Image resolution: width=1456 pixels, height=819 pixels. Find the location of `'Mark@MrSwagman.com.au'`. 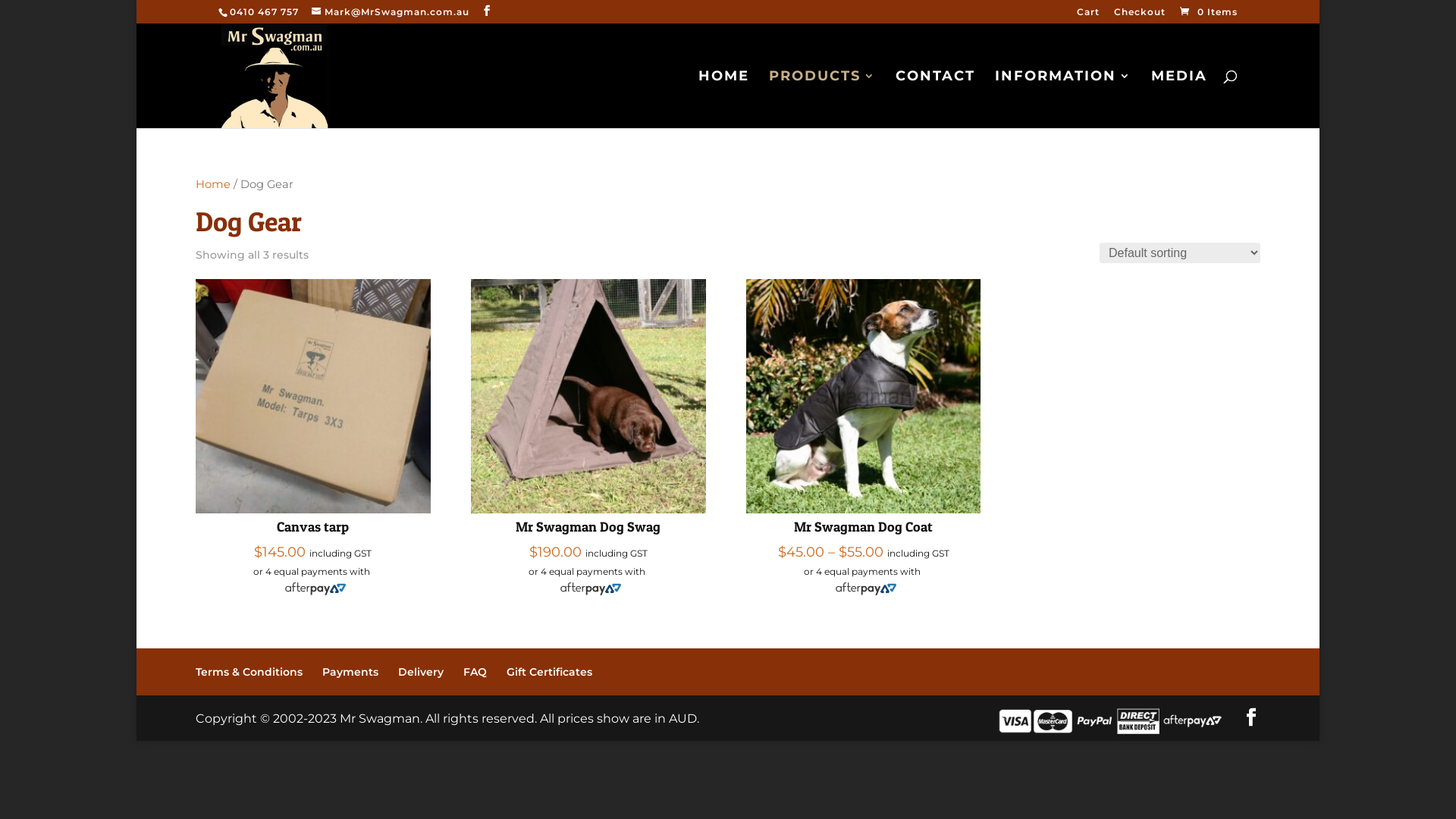

'Mark@MrSwagman.com.au' is located at coordinates (390, 11).